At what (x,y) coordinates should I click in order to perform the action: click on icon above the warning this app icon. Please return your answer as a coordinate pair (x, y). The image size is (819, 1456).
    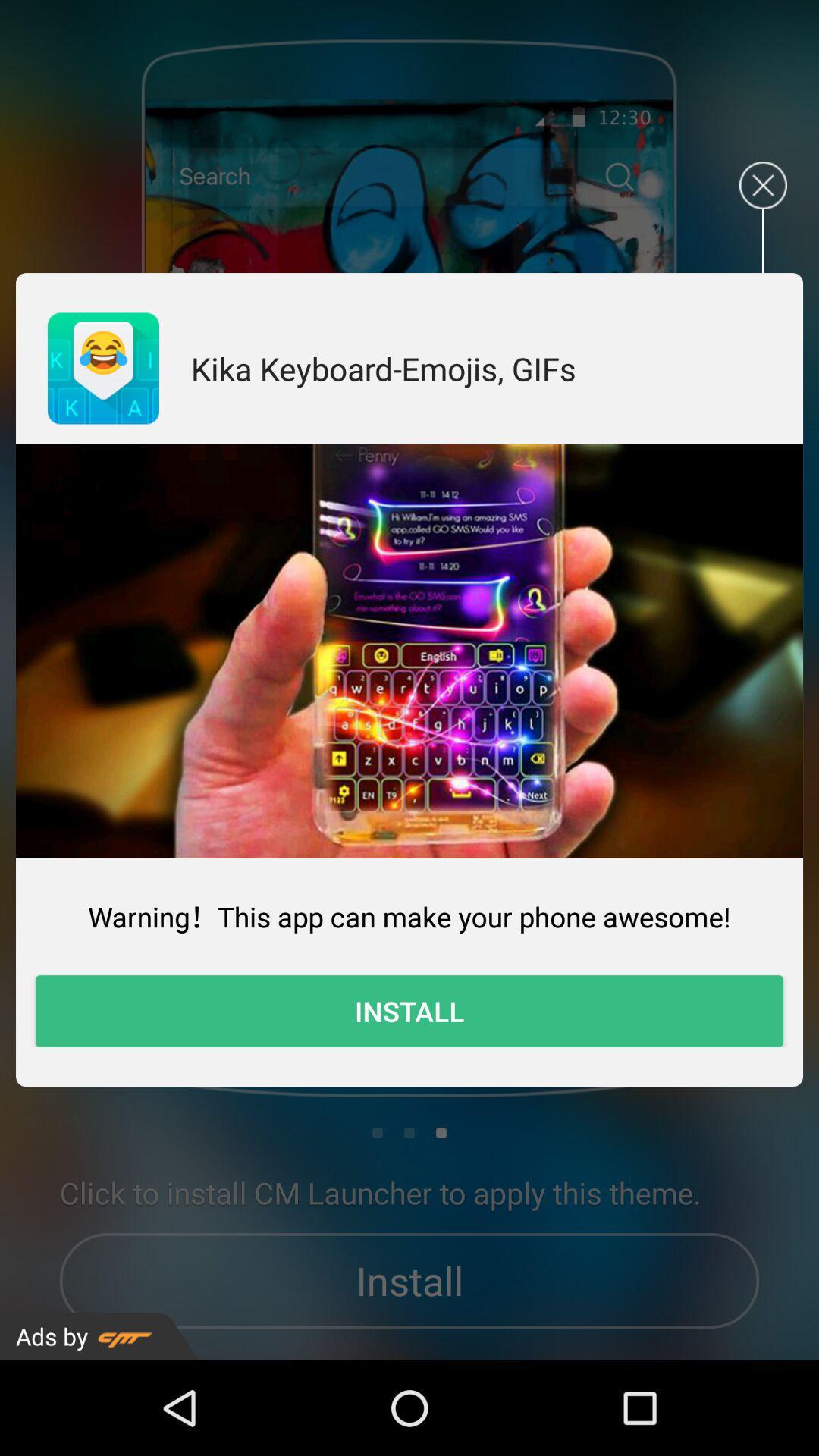
    Looking at the image, I should click on (409, 651).